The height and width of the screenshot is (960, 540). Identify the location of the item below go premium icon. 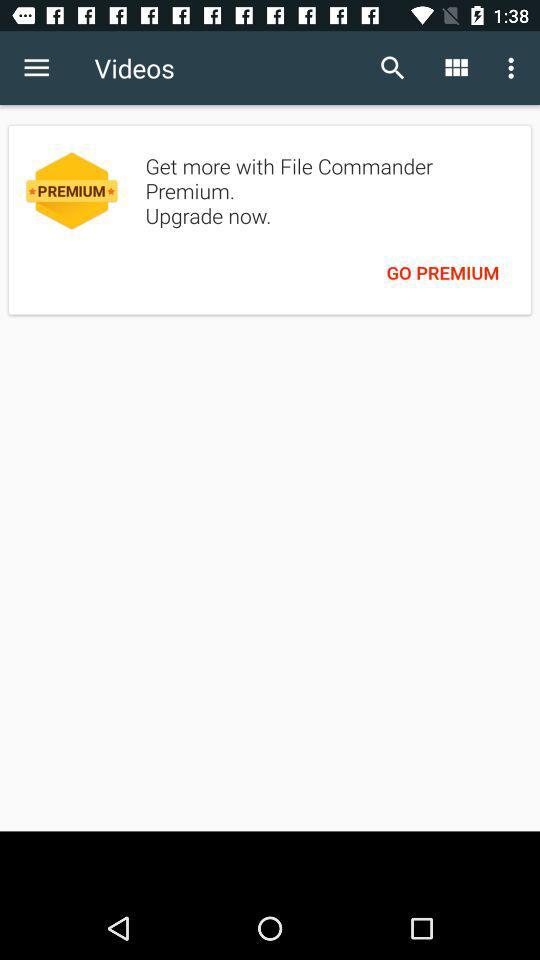
(270, 863).